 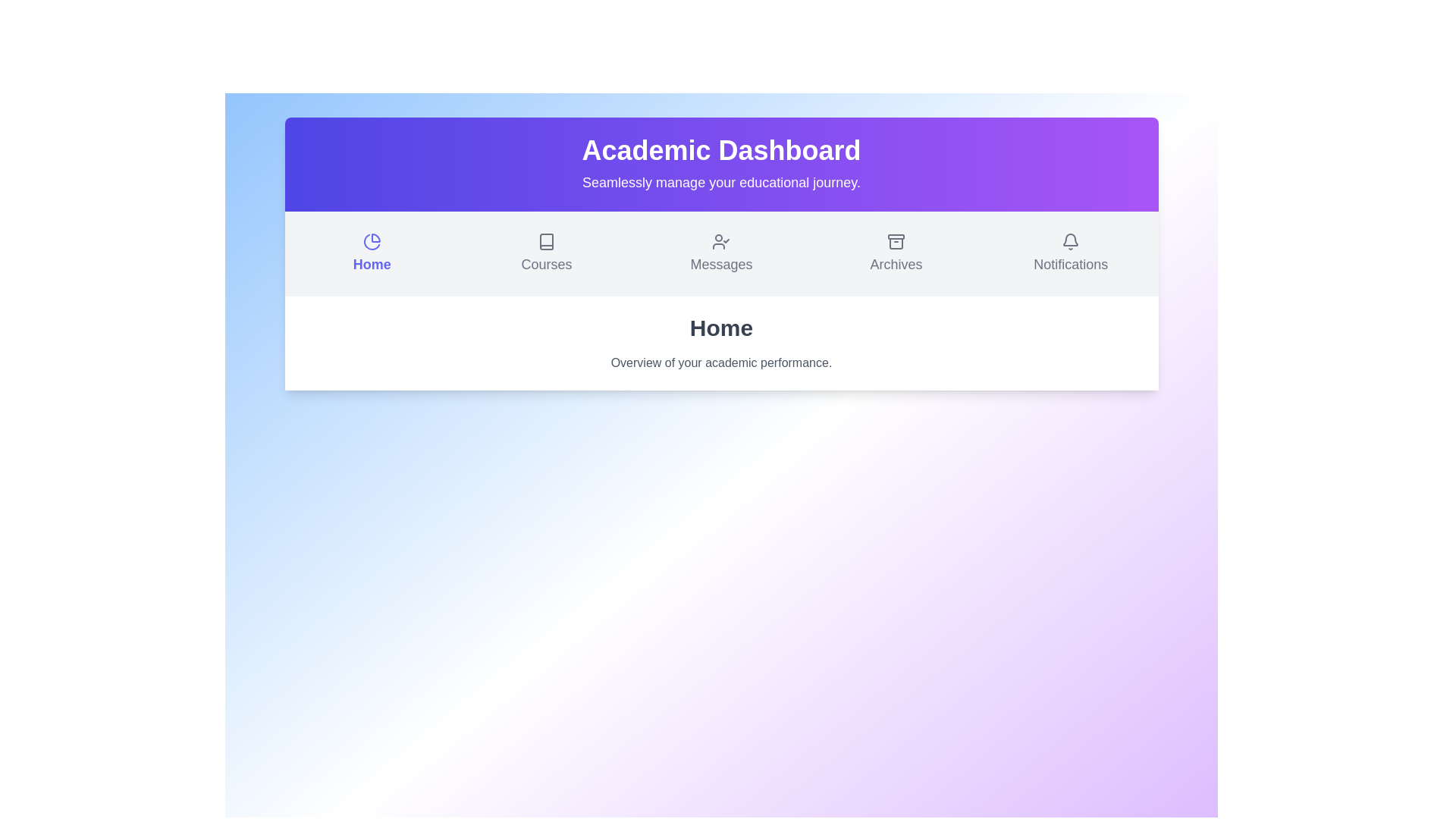 I want to click on the Notifications section from the menu, so click(x=1070, y=253).